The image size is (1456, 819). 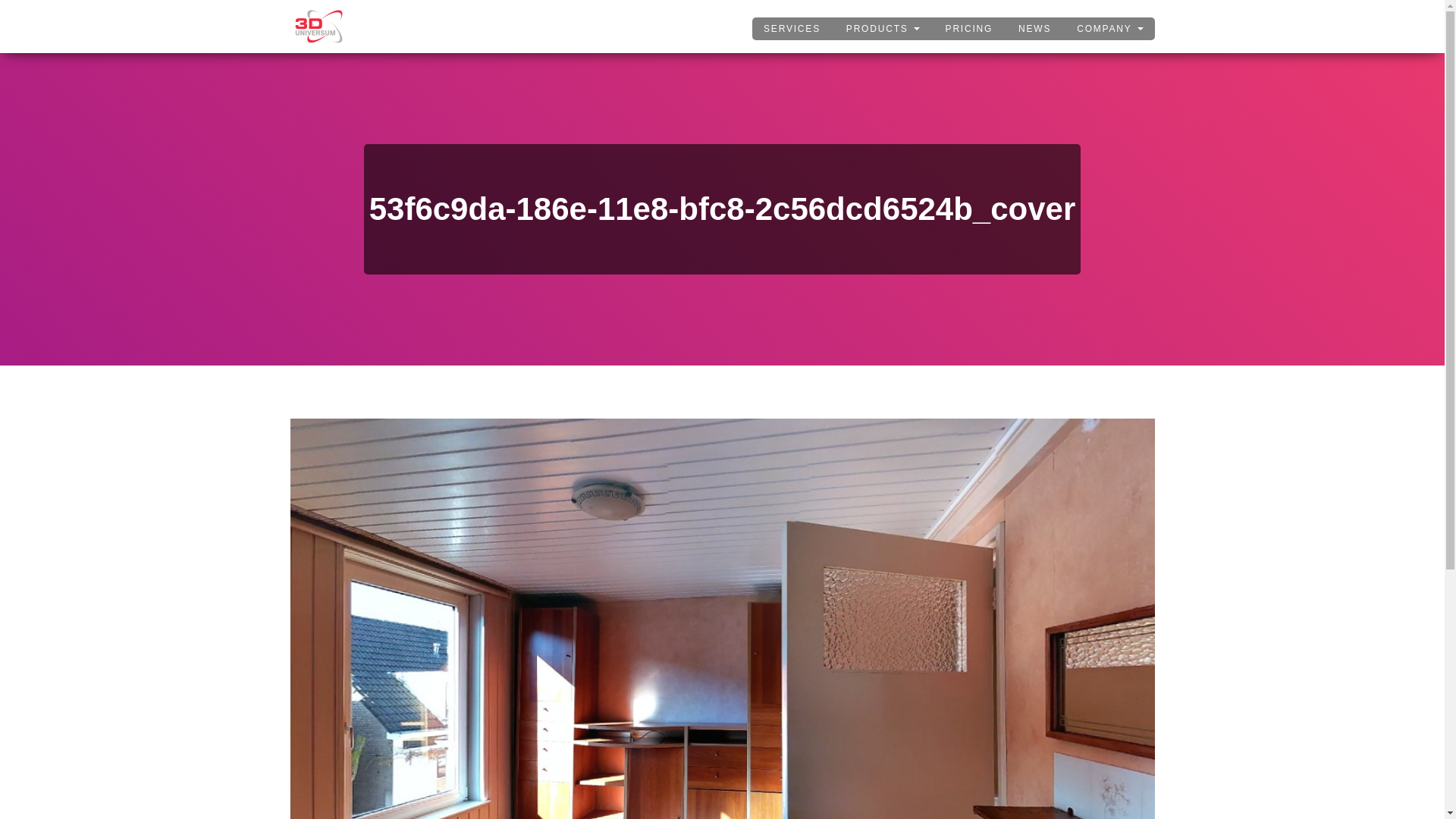 What do you see at coordinates (1065, 28) in the screenshot?
I see `'COMPANY'` at bounding box center [1065, 28].